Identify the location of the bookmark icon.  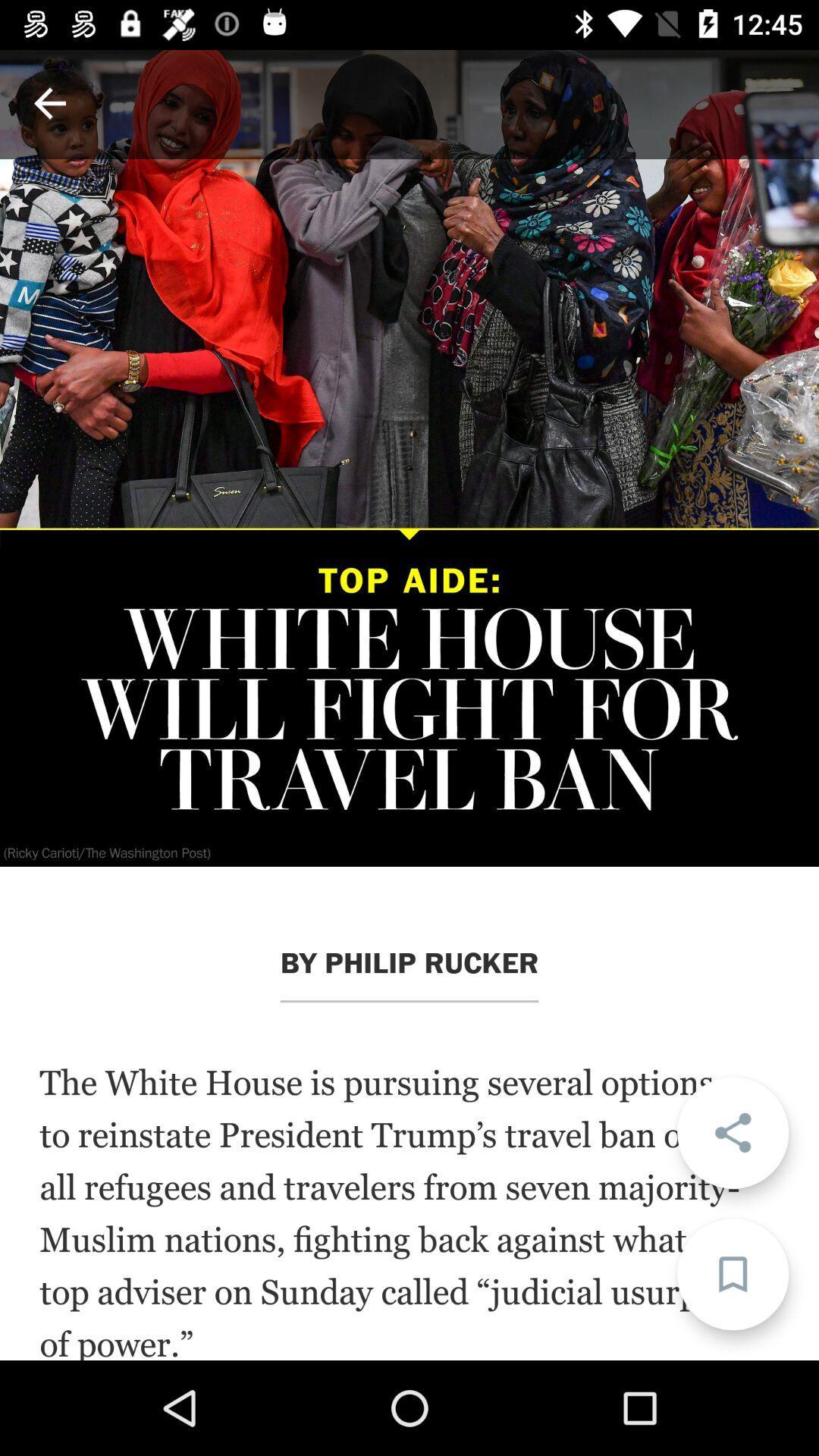
(732, 1274).